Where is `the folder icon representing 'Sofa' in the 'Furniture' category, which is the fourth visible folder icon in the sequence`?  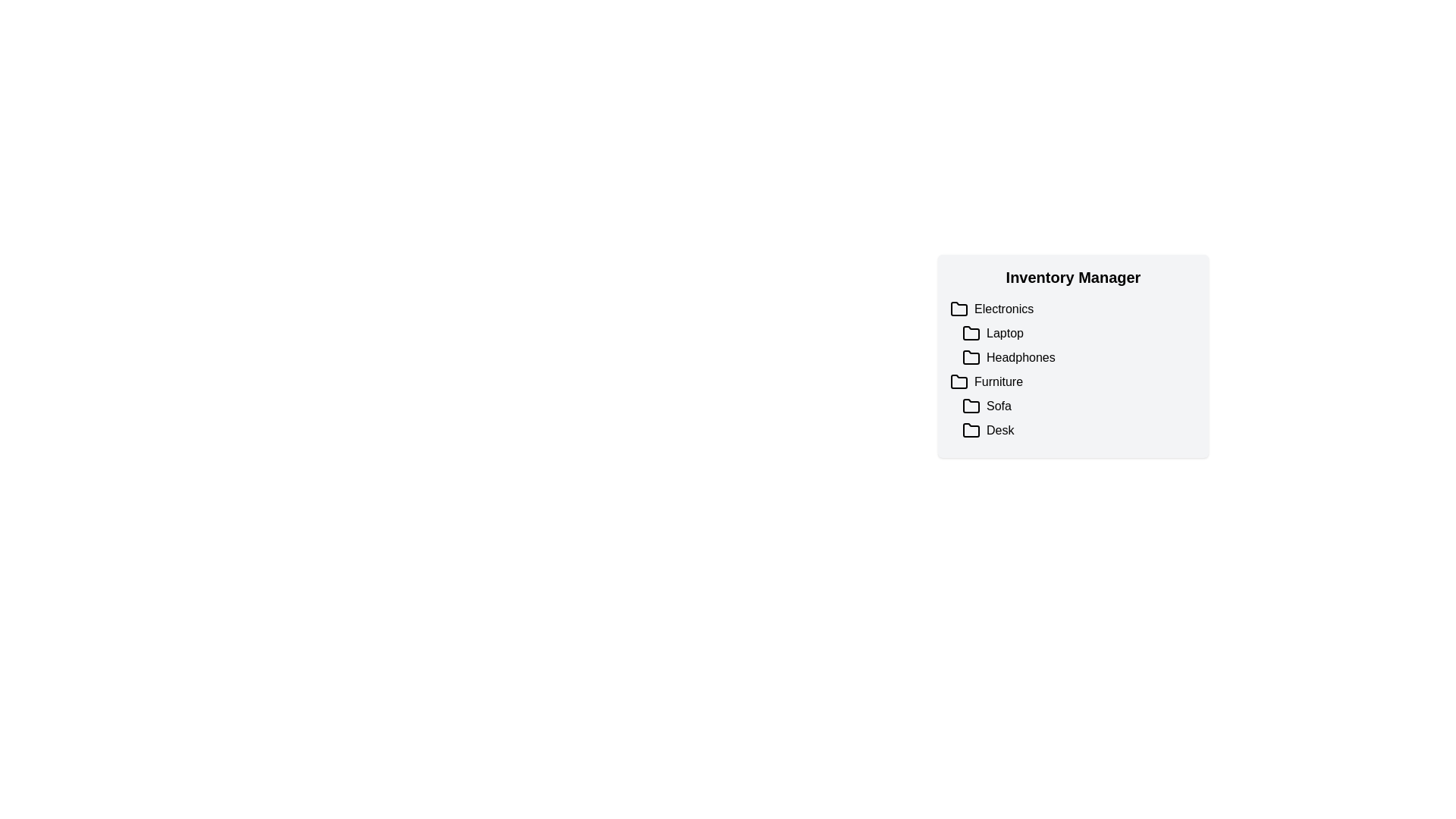 the folder icon representing 'Sofa' in the 'Furniture' category, which is the fourth visible folder icon in the sequence is located at coordinates (971, 405).